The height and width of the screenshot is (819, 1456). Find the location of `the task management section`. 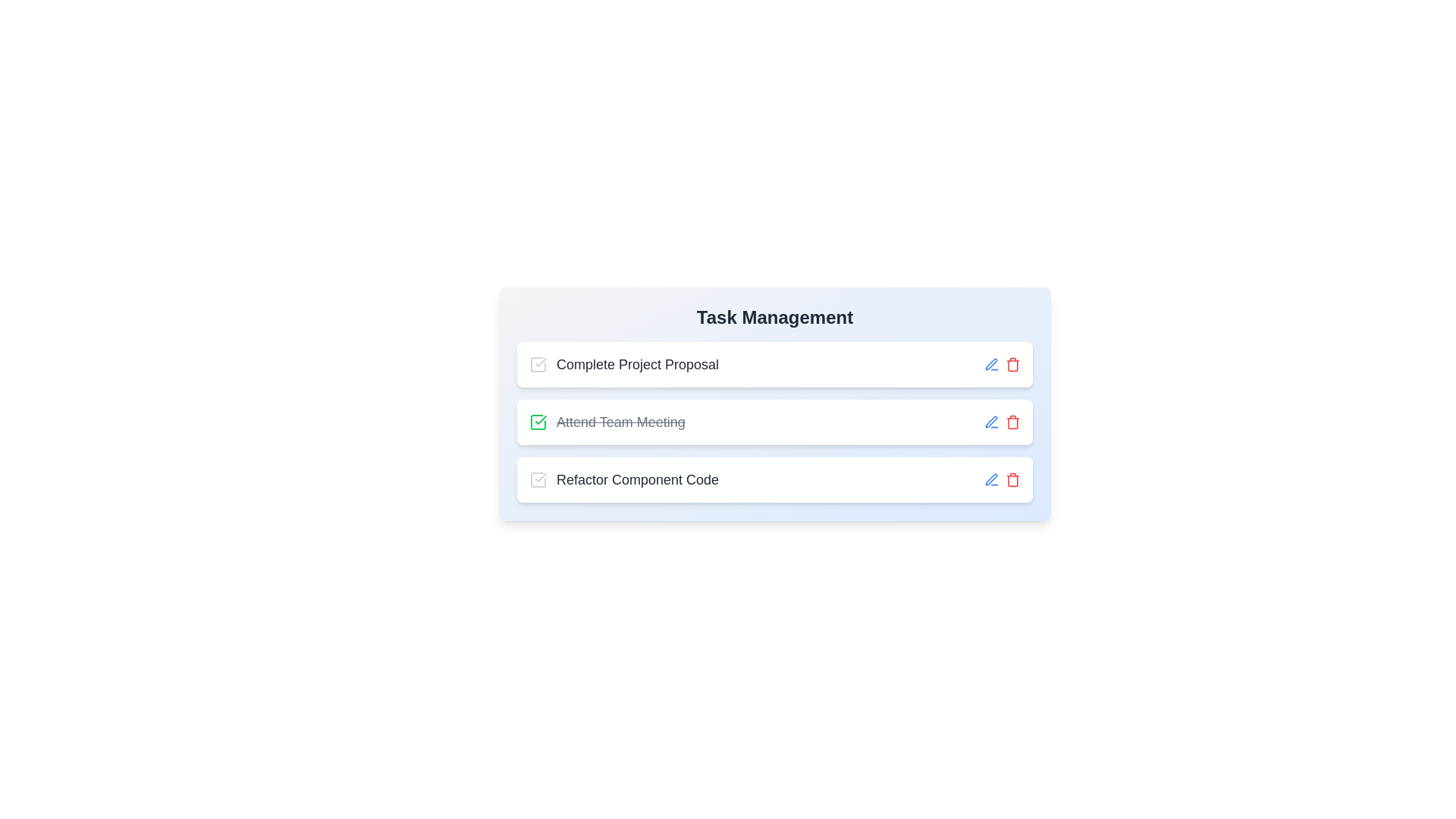

the task management section is located at coordinates (775, 317).